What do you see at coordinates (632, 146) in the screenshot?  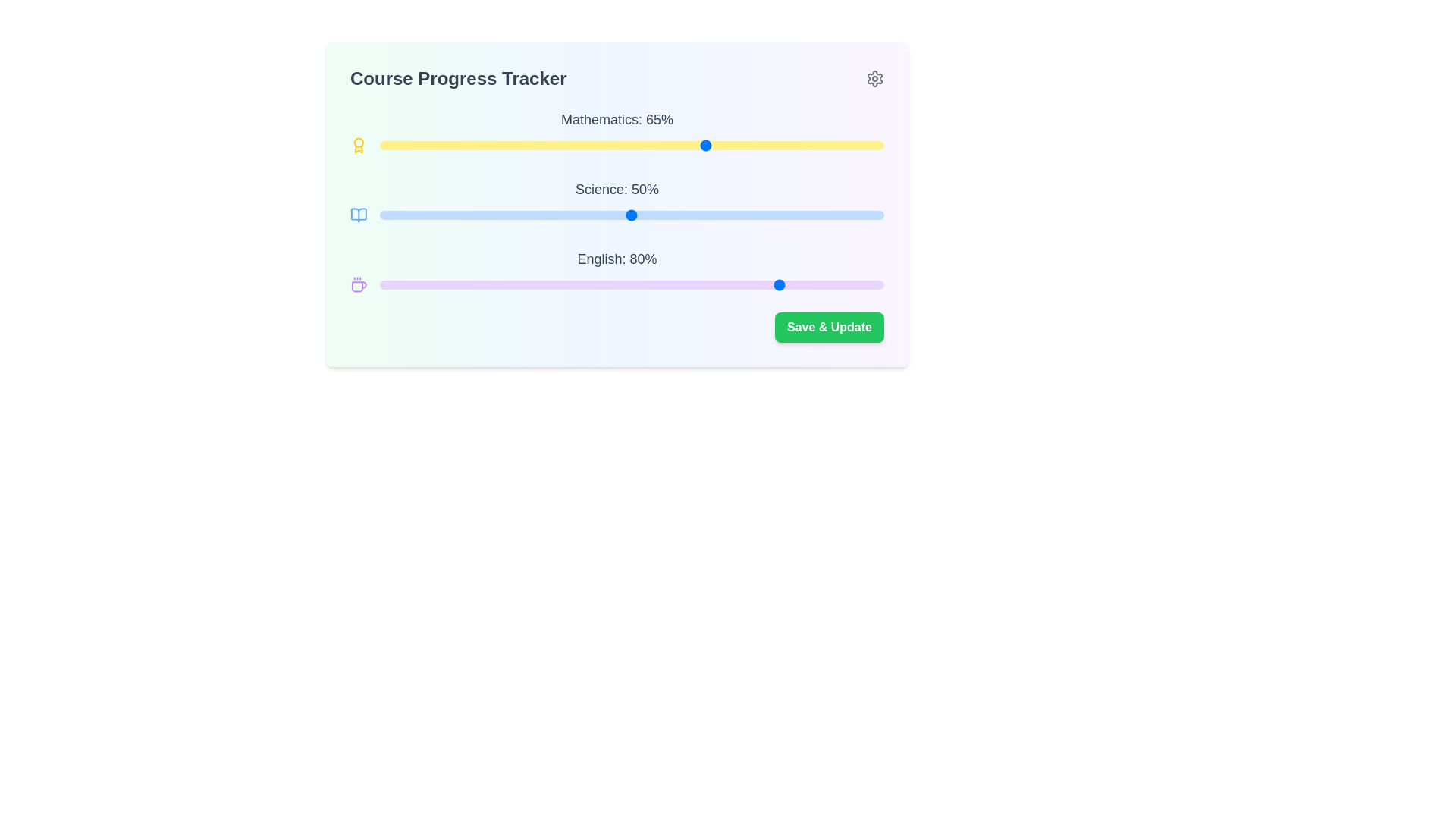 I see `the yellow horizontal range input slider labeled 'Mathematics: 65%'` at bounding box center [632, 146].